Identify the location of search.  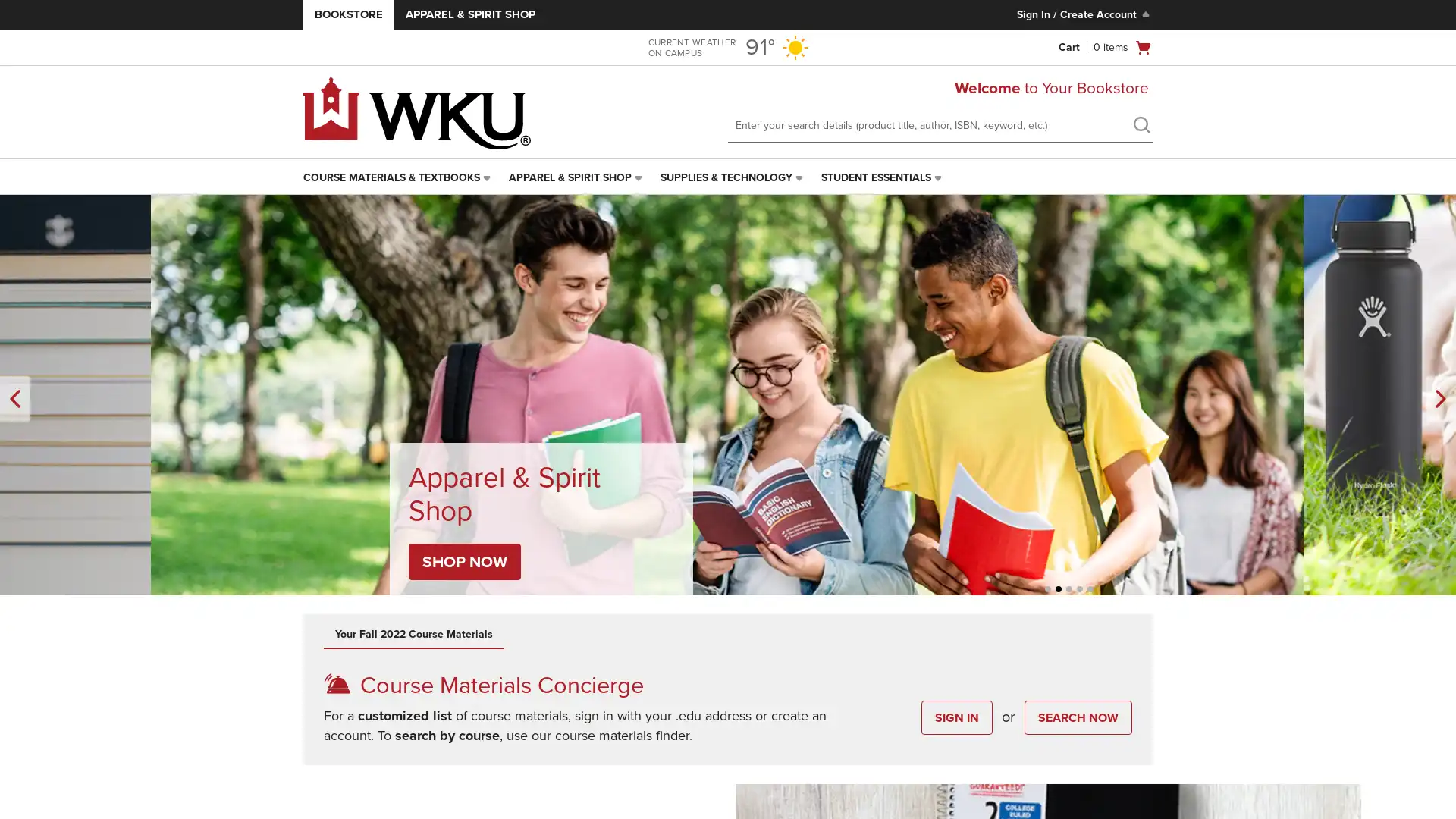
(1141, 124).